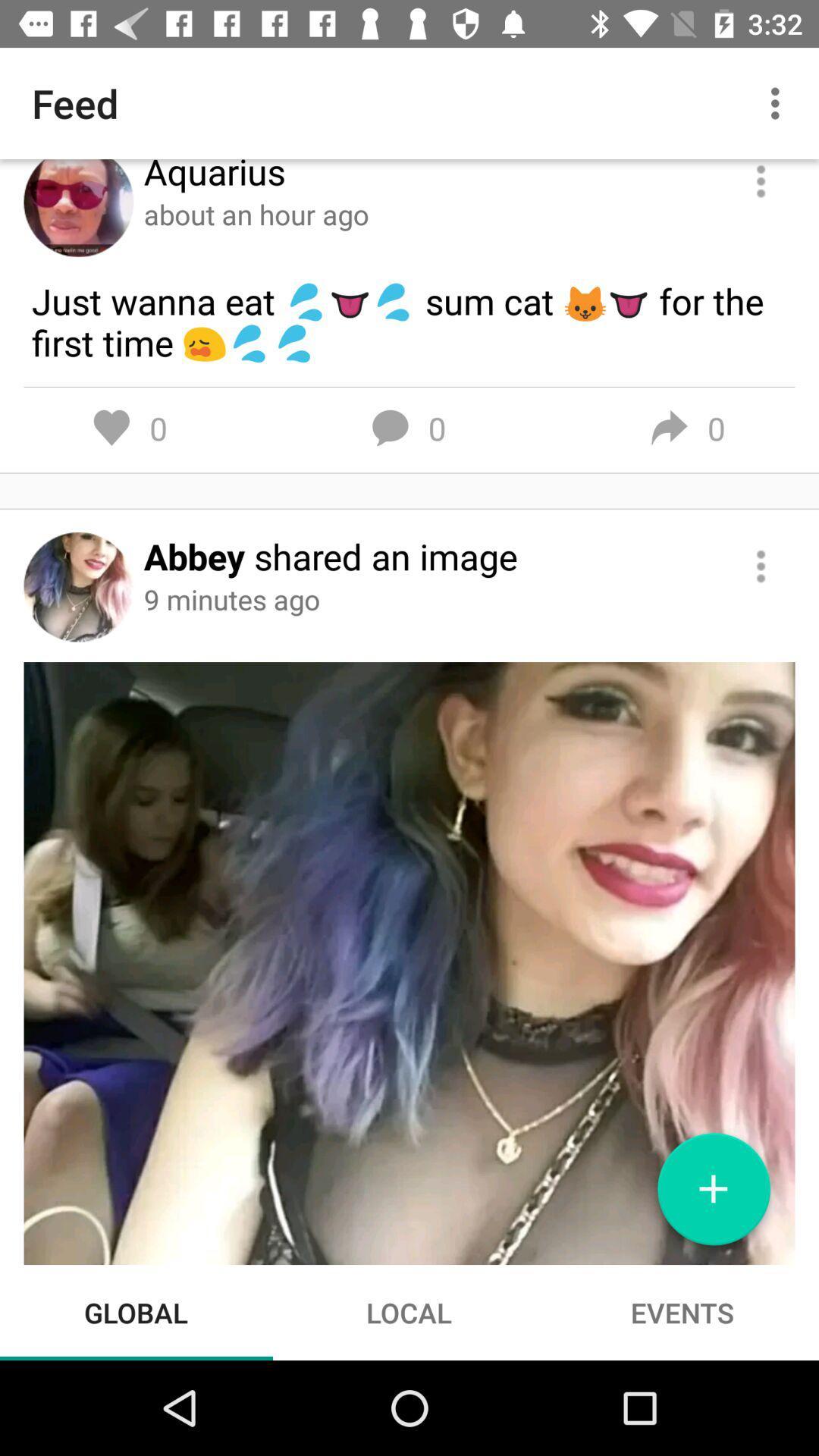 The width and height of the screenshot is (819, 1456). Describe the element at coordinates (761, 566) in the screenshot. I see `post options` at that location.